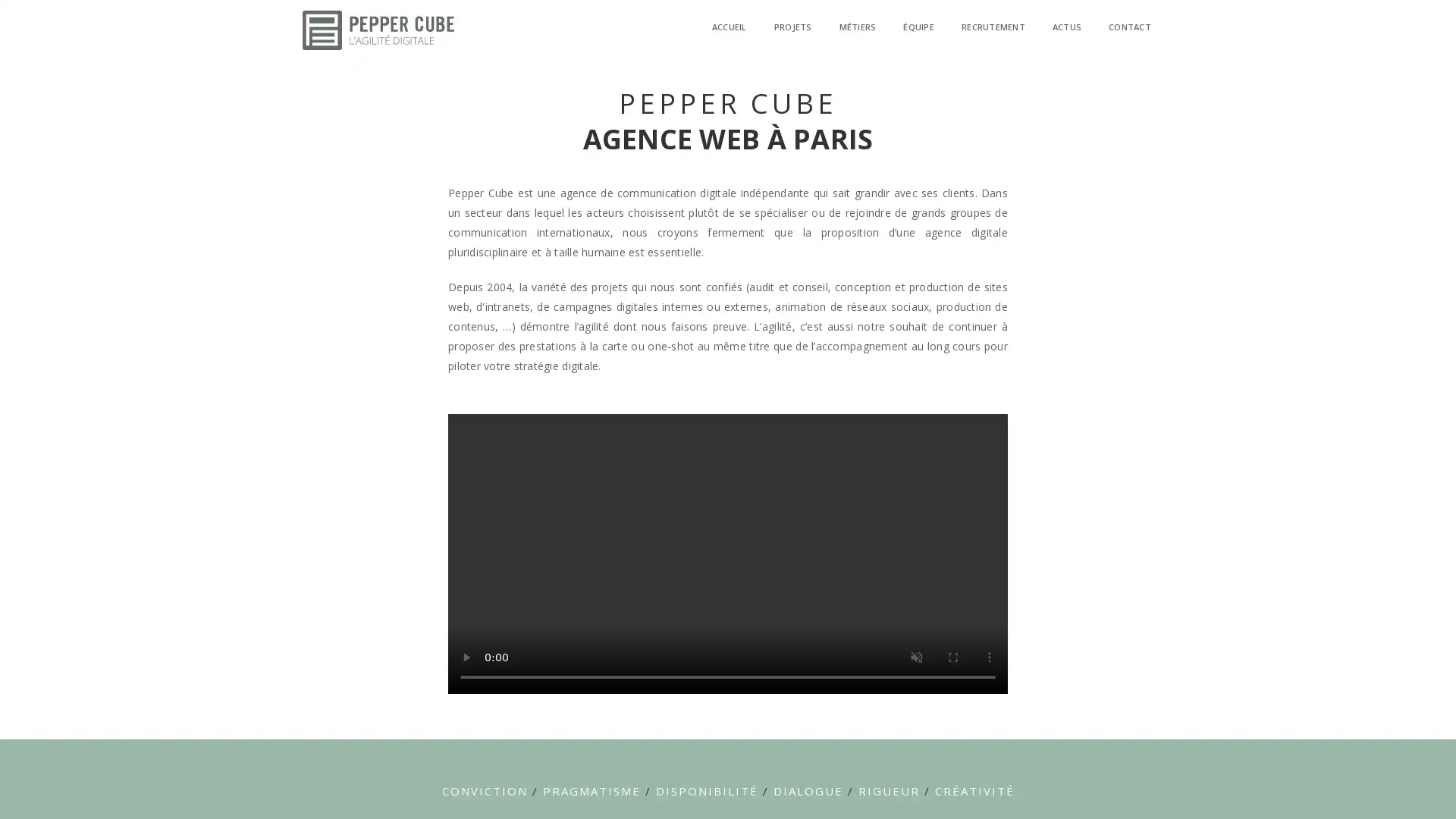  I want to click on play, so click(465, 657).